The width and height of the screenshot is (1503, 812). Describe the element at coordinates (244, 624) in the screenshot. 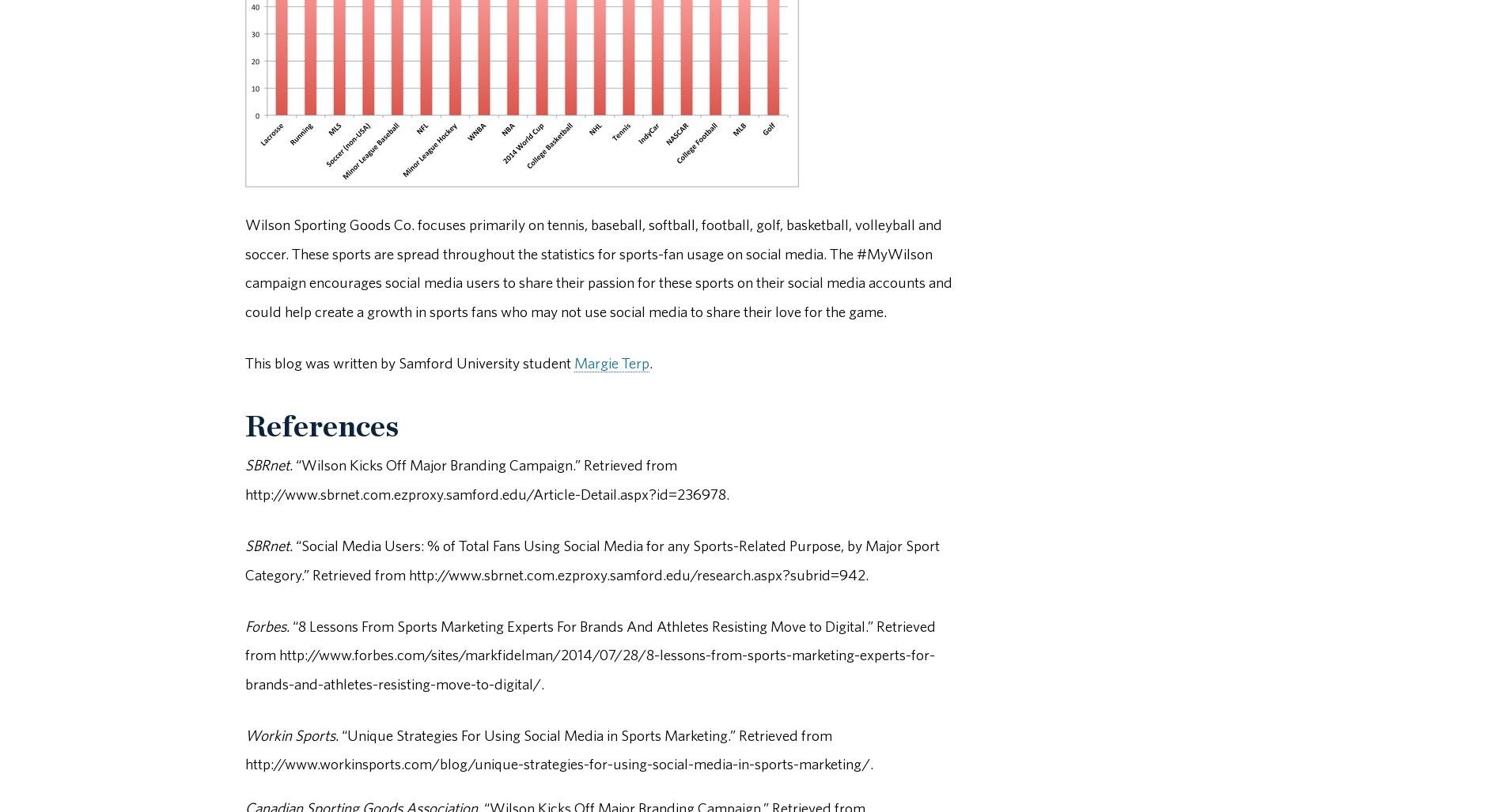

I see `'Forbes.'` at that location.